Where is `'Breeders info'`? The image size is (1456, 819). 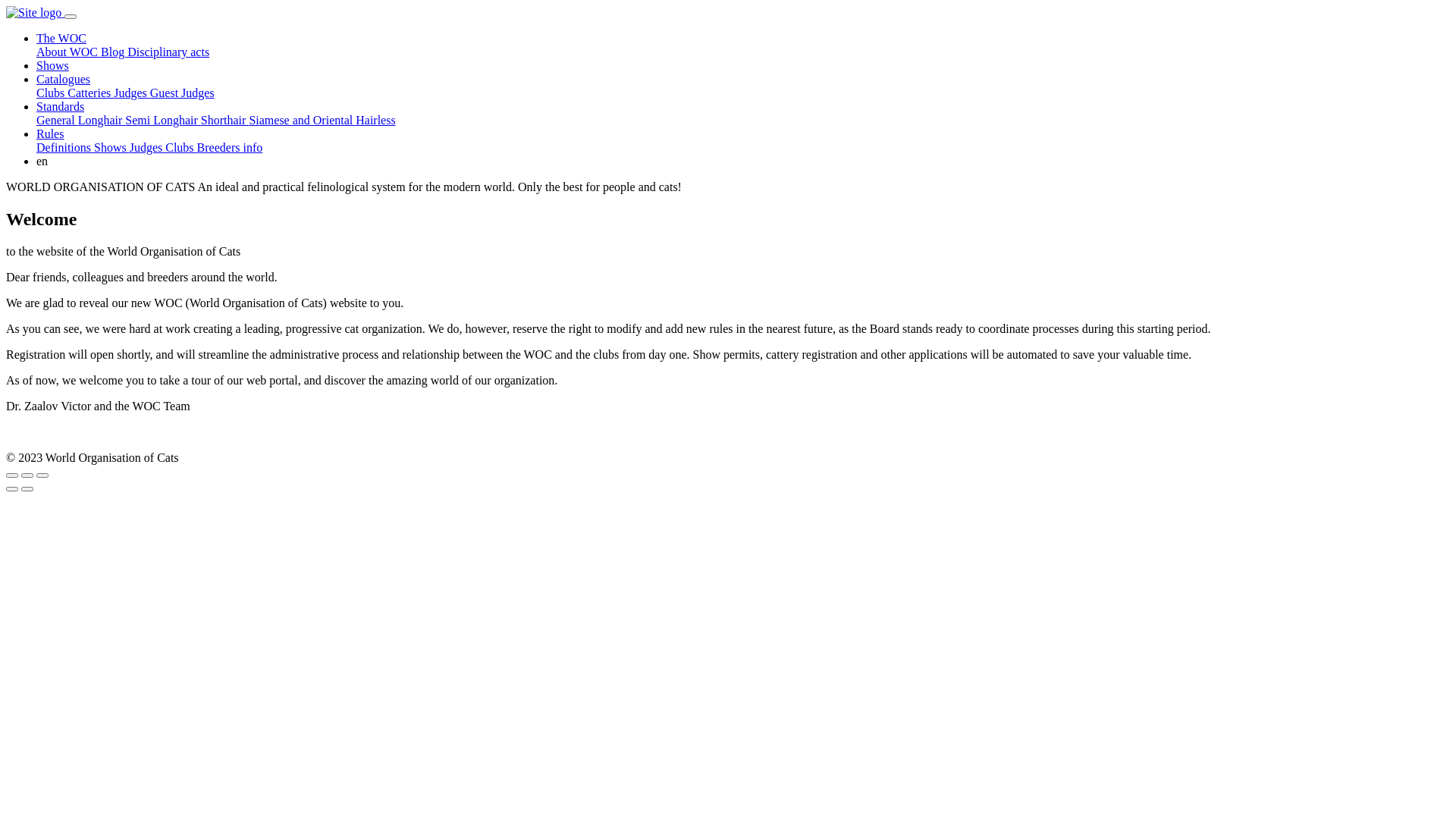 'Breeders info' is located at coordinates (229, 147).